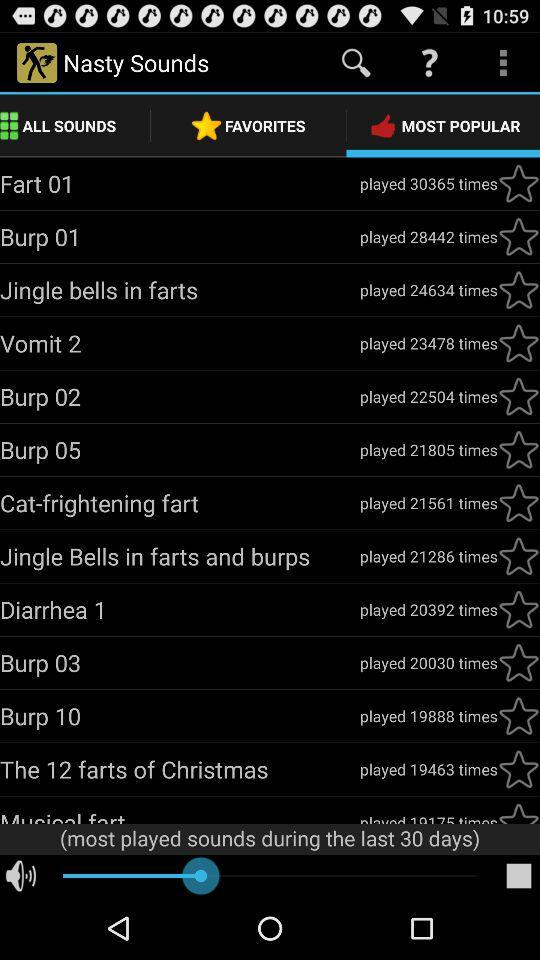  Describe the element at coordinates (518, 875) in the screenshot. I see `item below most played sounds` at that location.